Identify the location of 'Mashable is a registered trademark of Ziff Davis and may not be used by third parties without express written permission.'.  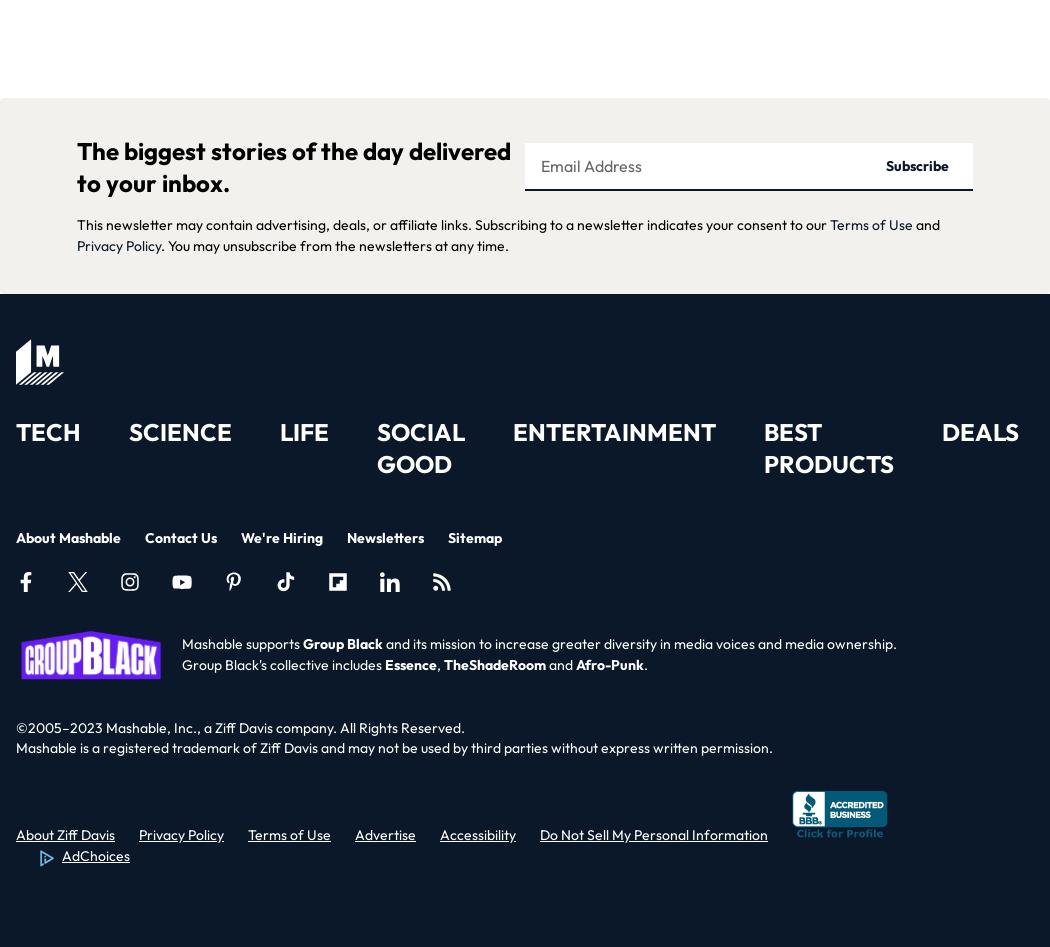
(394, 747).